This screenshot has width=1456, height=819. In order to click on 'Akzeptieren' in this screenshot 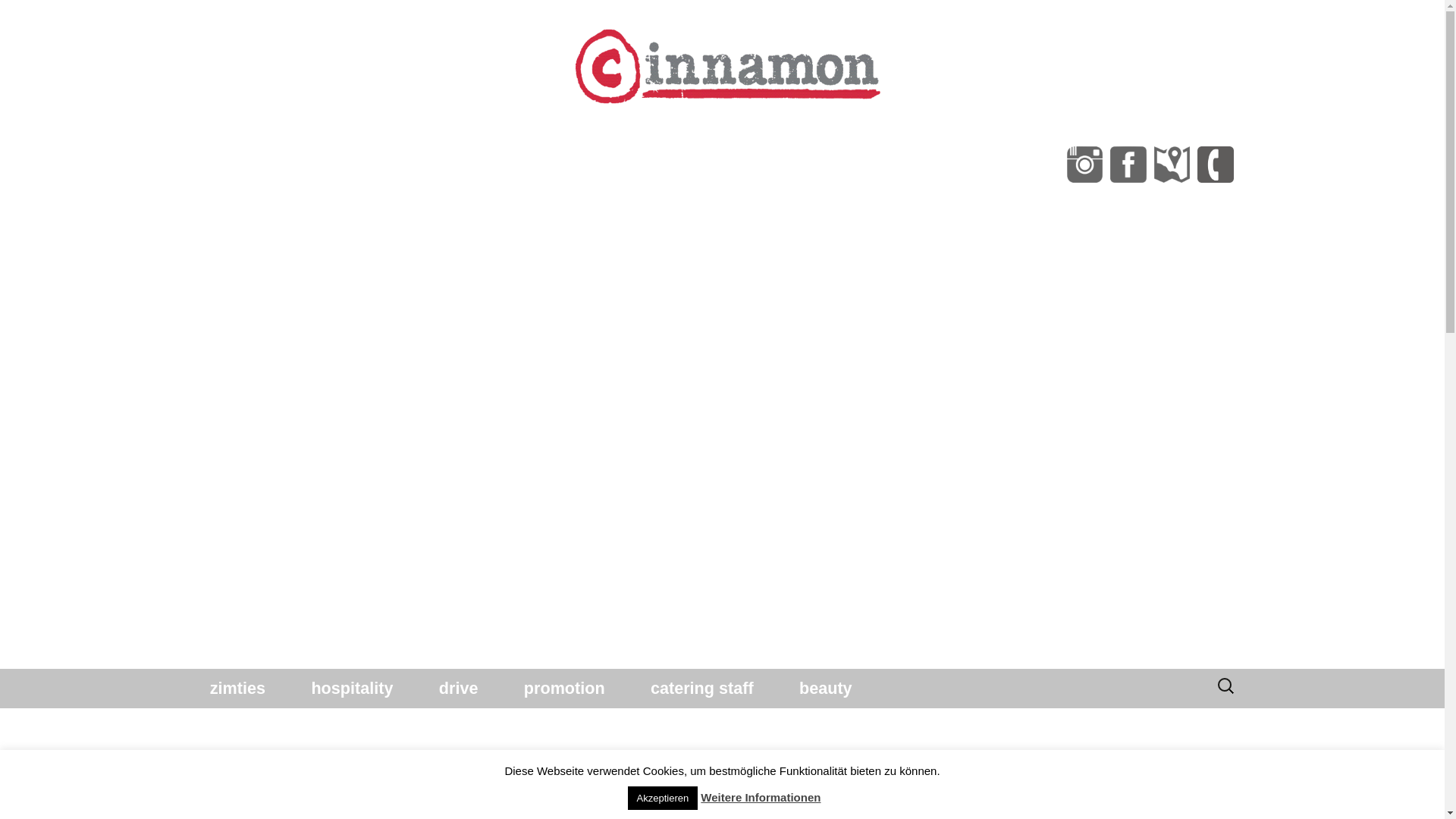, I will do `click(663, 797)`.